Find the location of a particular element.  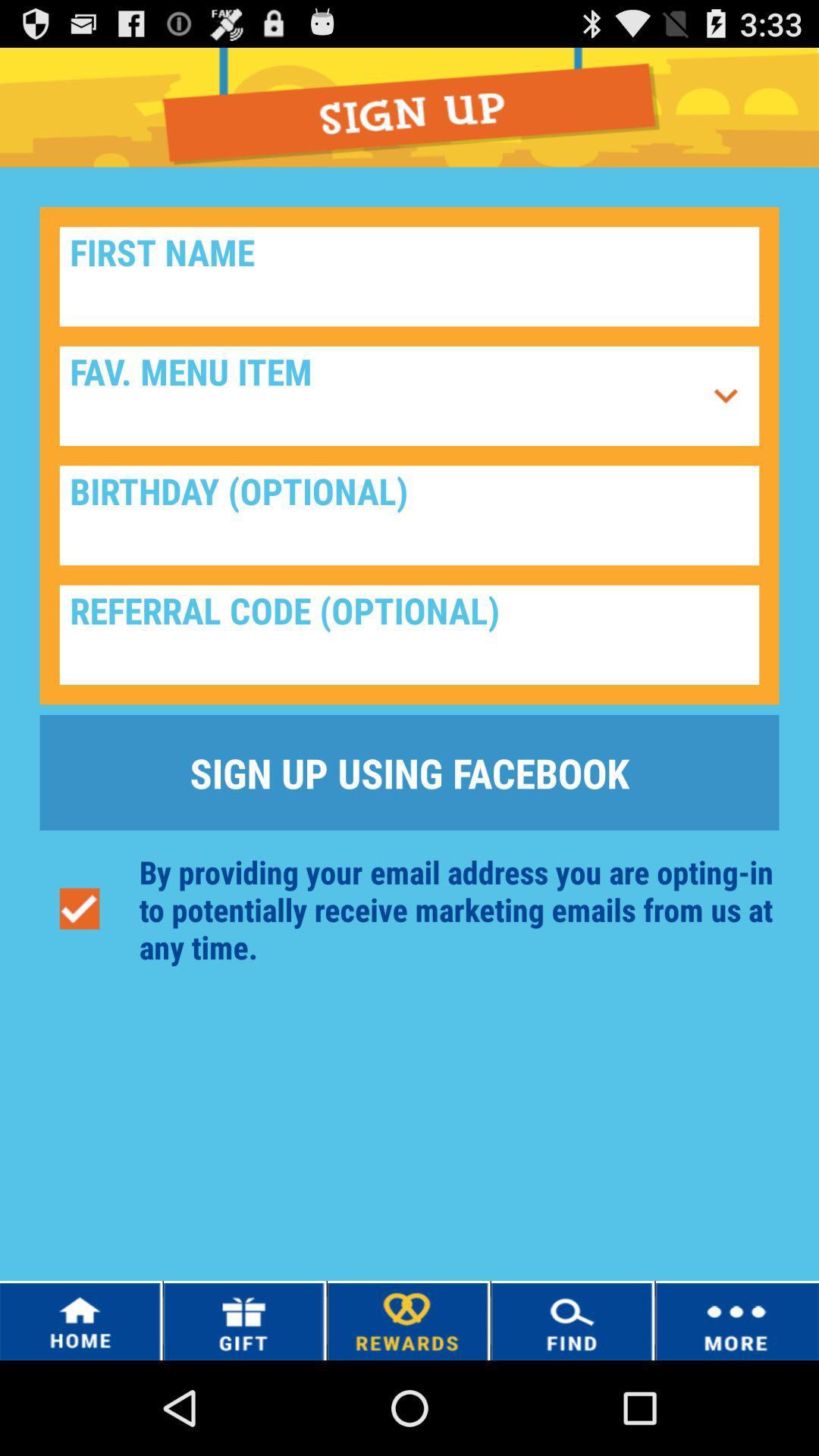

the icon next to the fav. menu item is located at coordinates (725, 396).